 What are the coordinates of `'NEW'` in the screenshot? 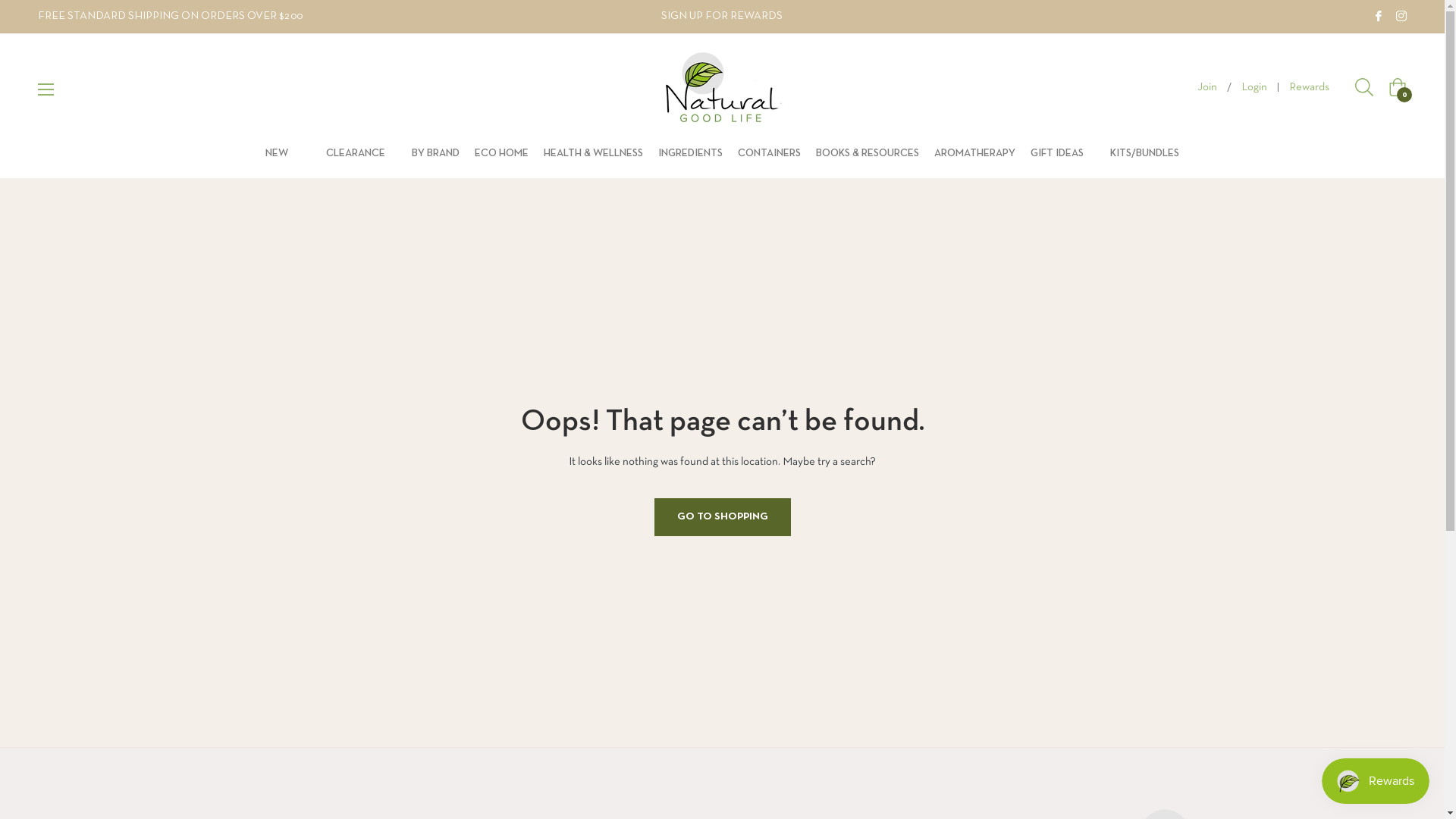 It's located at (276, 153).